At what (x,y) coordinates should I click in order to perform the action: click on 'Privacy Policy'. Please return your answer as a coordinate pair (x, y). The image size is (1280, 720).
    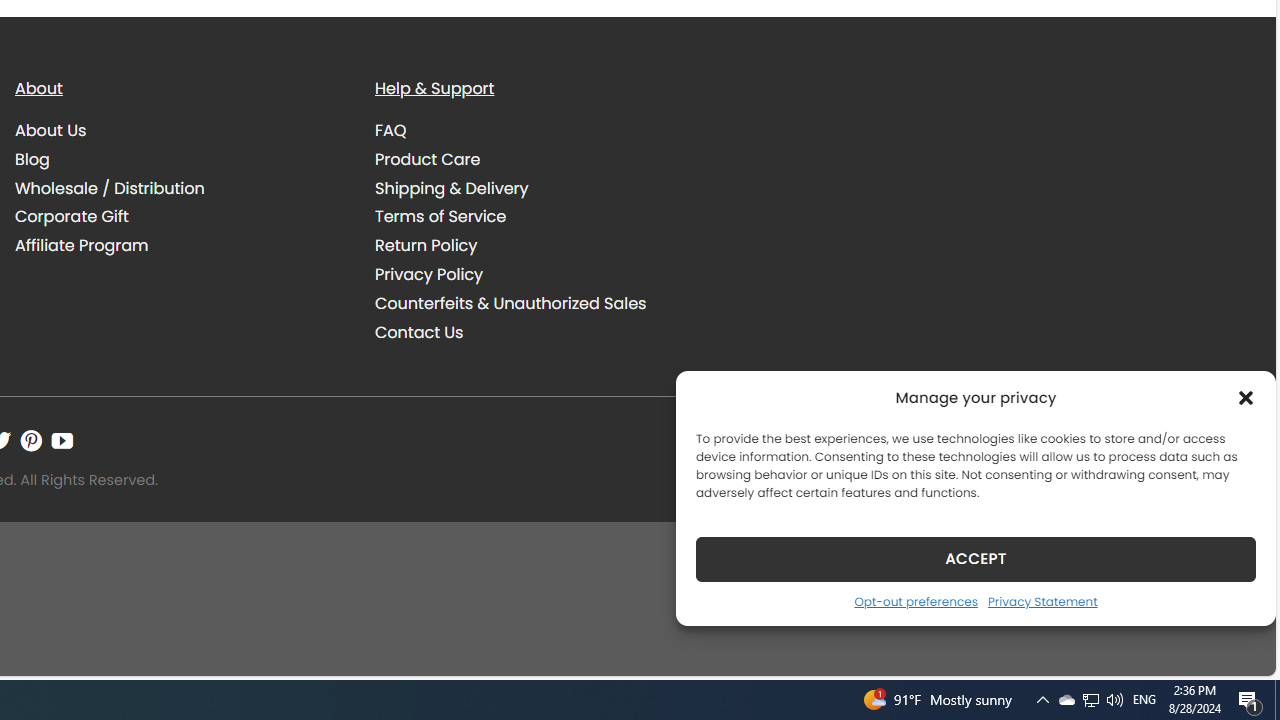
    Looking at the image, I should click on (540, 274).